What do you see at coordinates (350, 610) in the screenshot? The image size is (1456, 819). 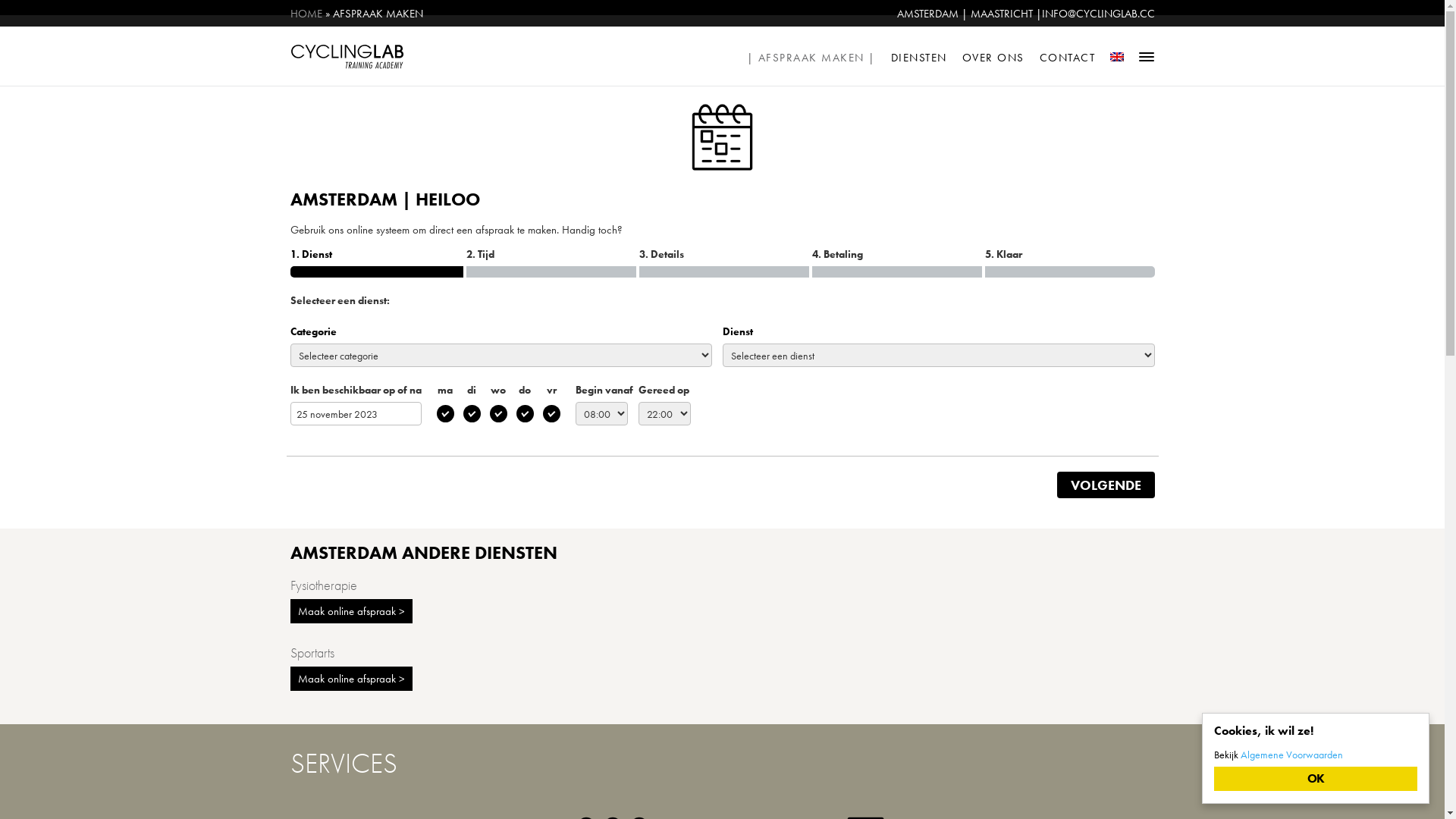 I see `'Maak online afspraak >'` at bounding box center [350, 610].